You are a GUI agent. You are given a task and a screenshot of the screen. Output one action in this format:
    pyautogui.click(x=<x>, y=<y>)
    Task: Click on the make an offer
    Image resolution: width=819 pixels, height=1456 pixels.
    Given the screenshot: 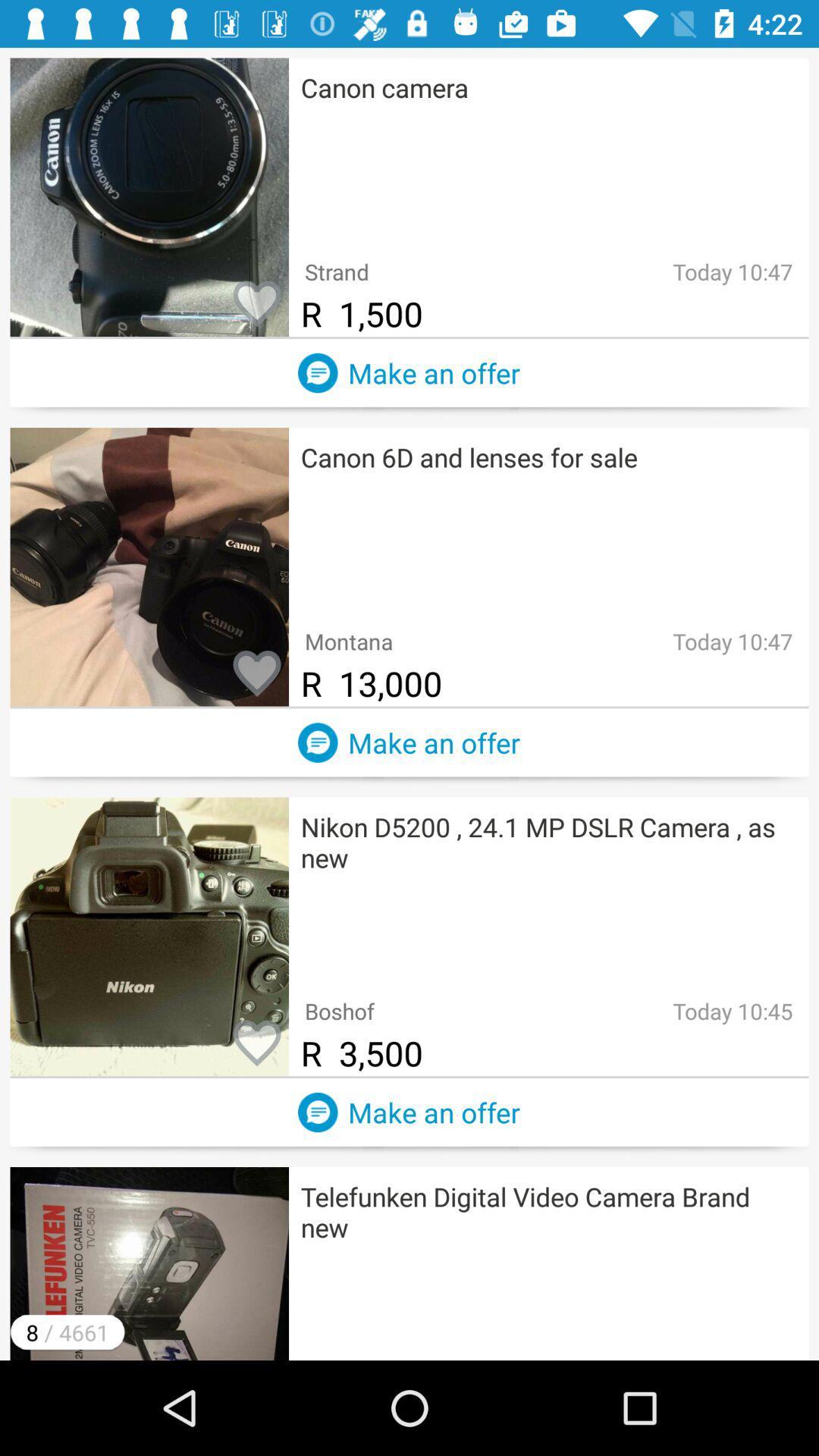 What is the action you would take?
    pyautogui.click(x=317, y=742)
    